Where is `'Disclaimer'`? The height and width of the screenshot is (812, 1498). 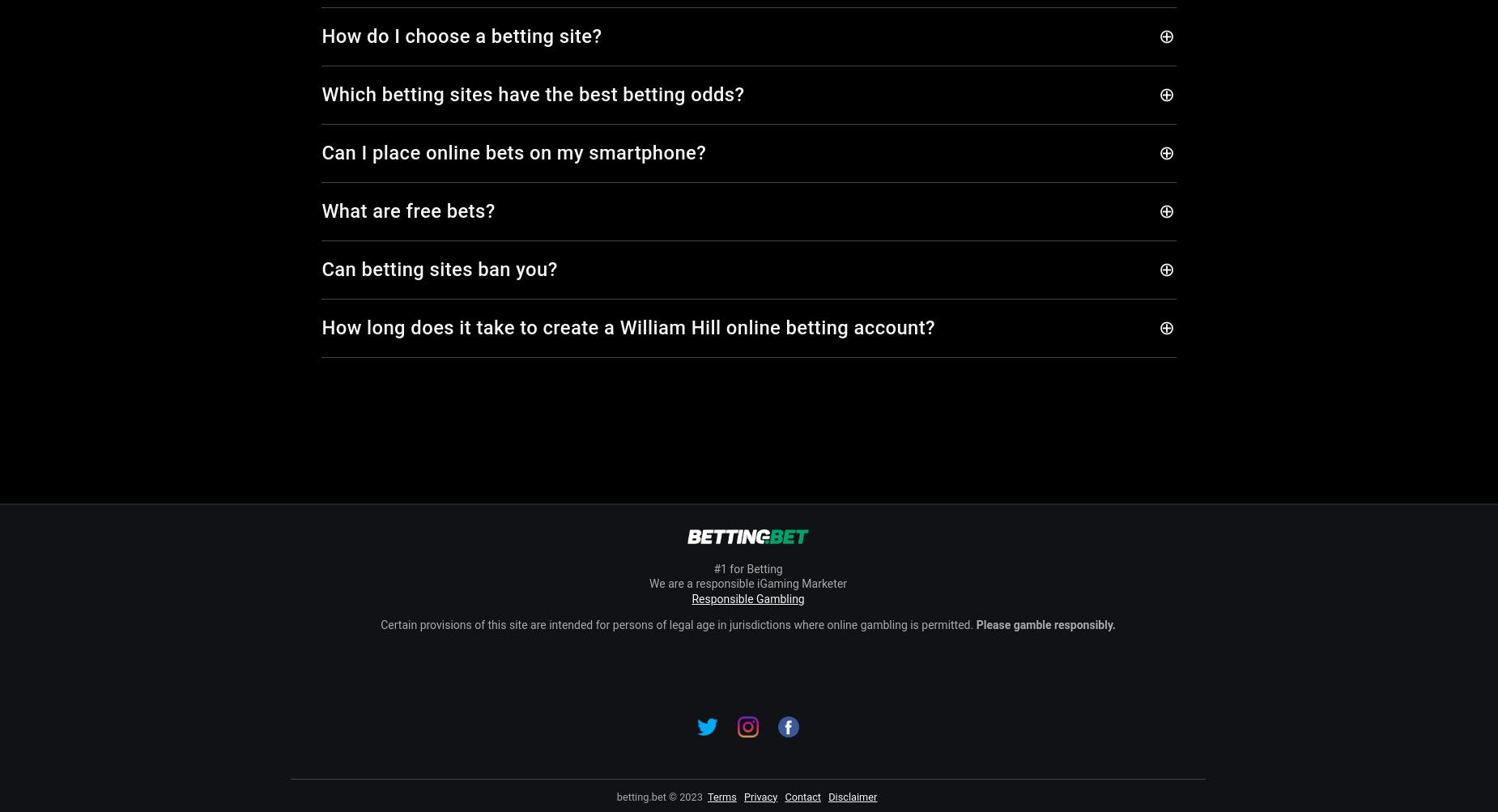
'Disclaimer' is located at coordinates (852, 795).